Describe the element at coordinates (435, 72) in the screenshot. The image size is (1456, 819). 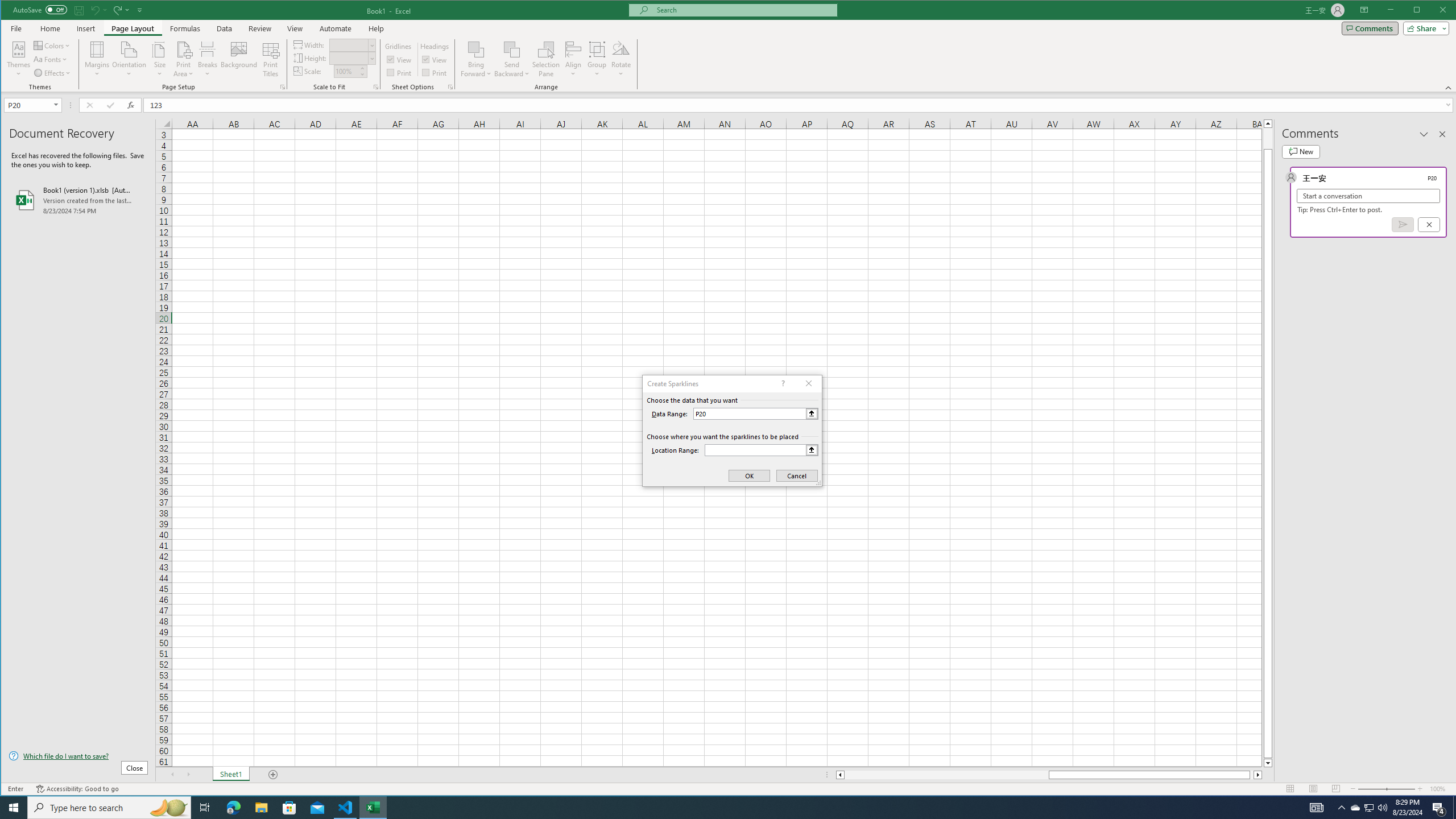
I see `'Print'` at that location.